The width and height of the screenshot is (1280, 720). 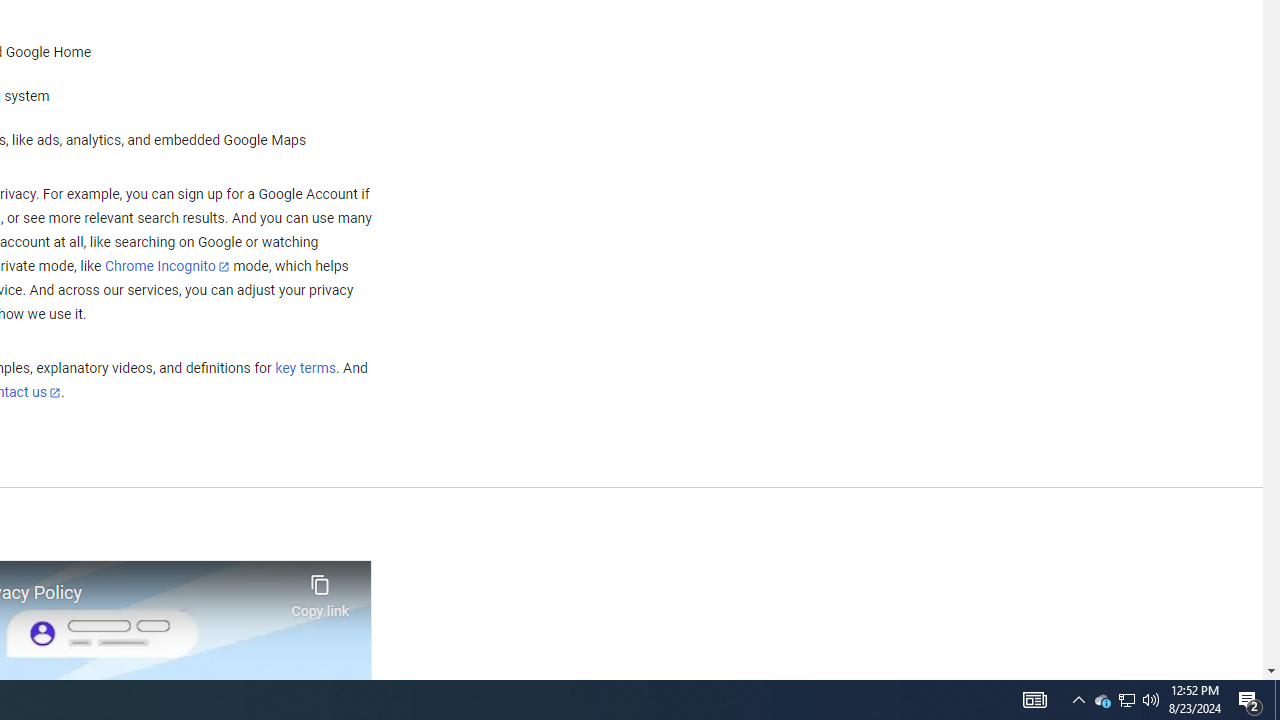 What do you see at coordinates (304, 368) in the screenshot?
I see `'key terms'` at bounding box center [304, 368].